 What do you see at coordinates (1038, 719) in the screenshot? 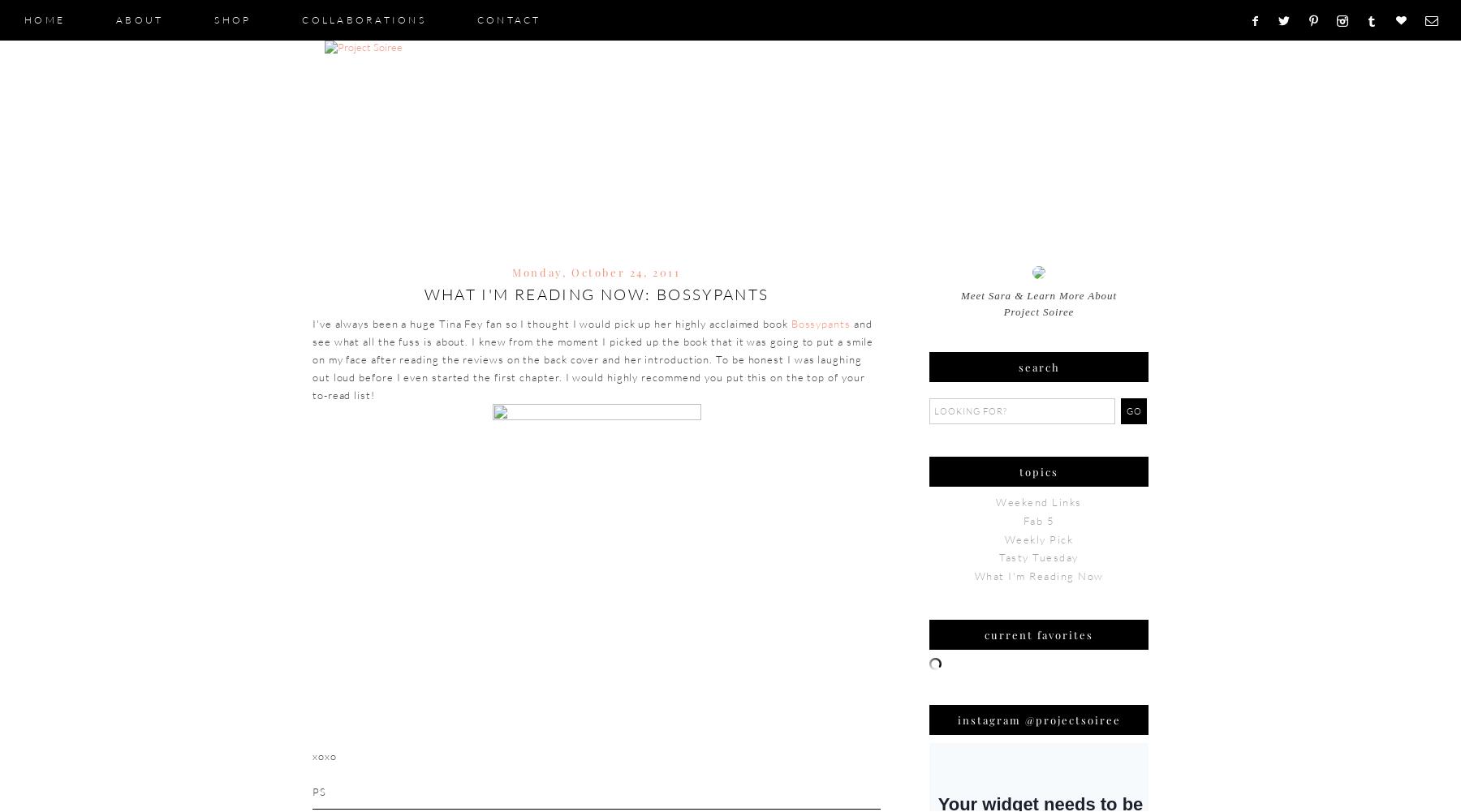
I see `'Instagram @projectsoiree'` at bounding box center [1038, 719].